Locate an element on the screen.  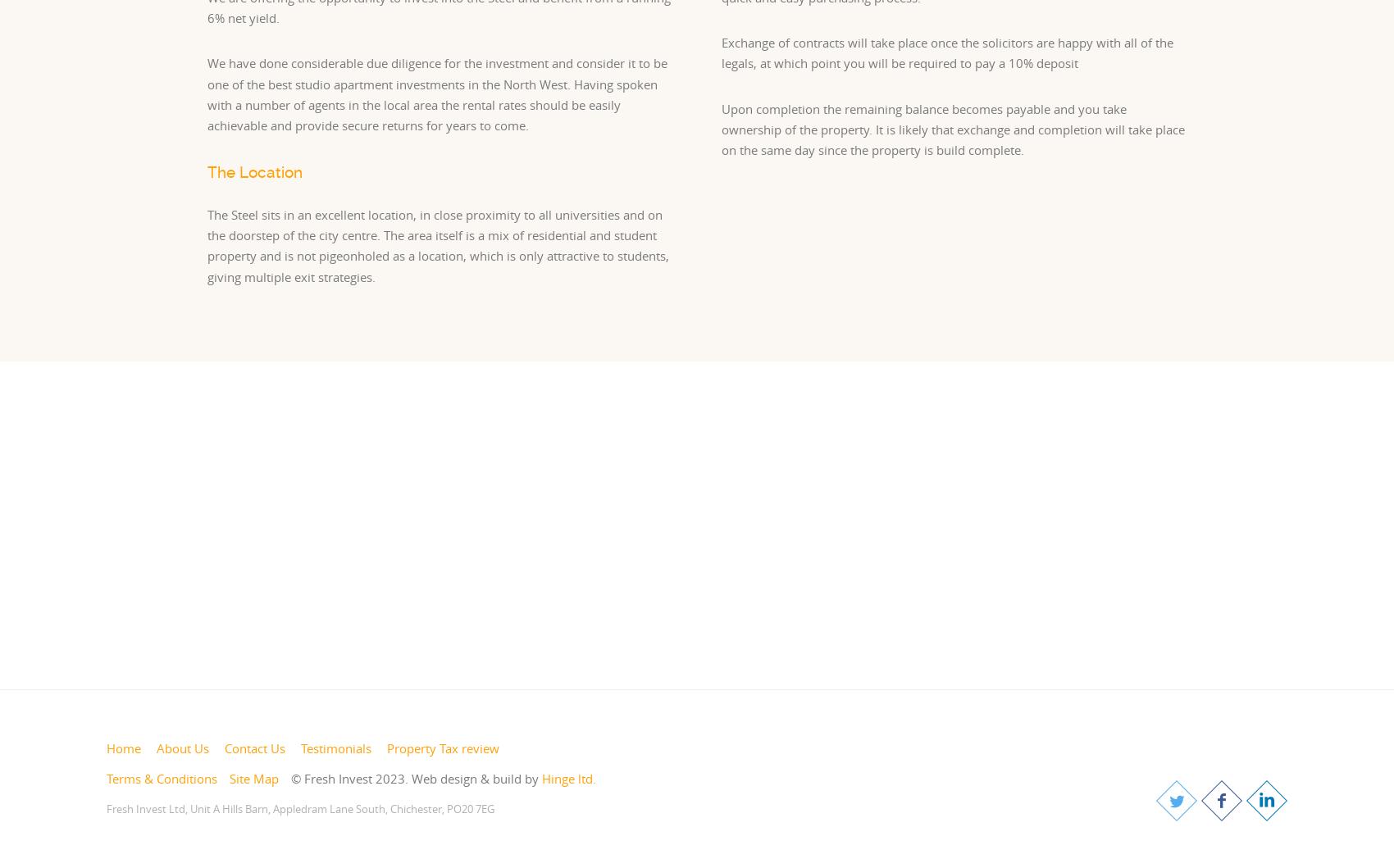
'The Location' is located at coordinates (254, 170).